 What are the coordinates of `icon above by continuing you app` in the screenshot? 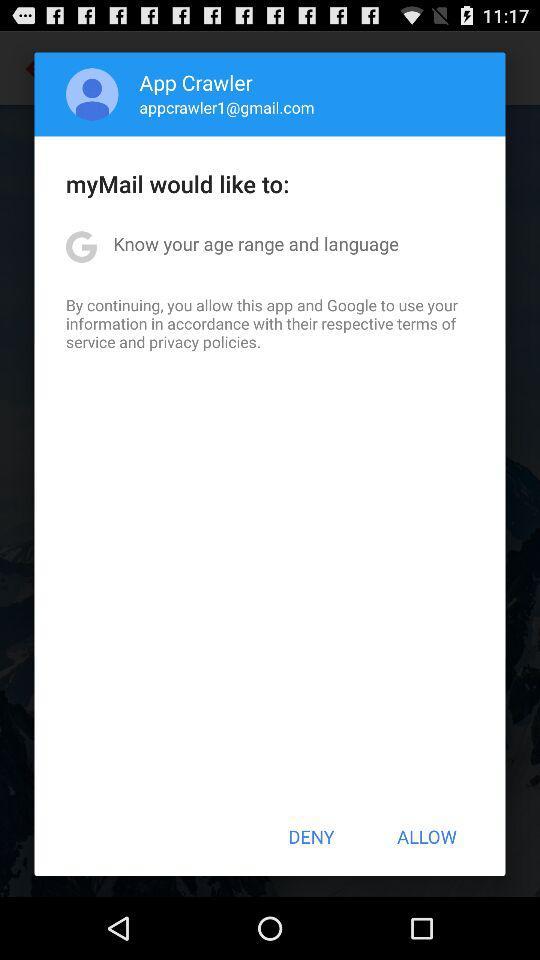 It's located at (256, 242).